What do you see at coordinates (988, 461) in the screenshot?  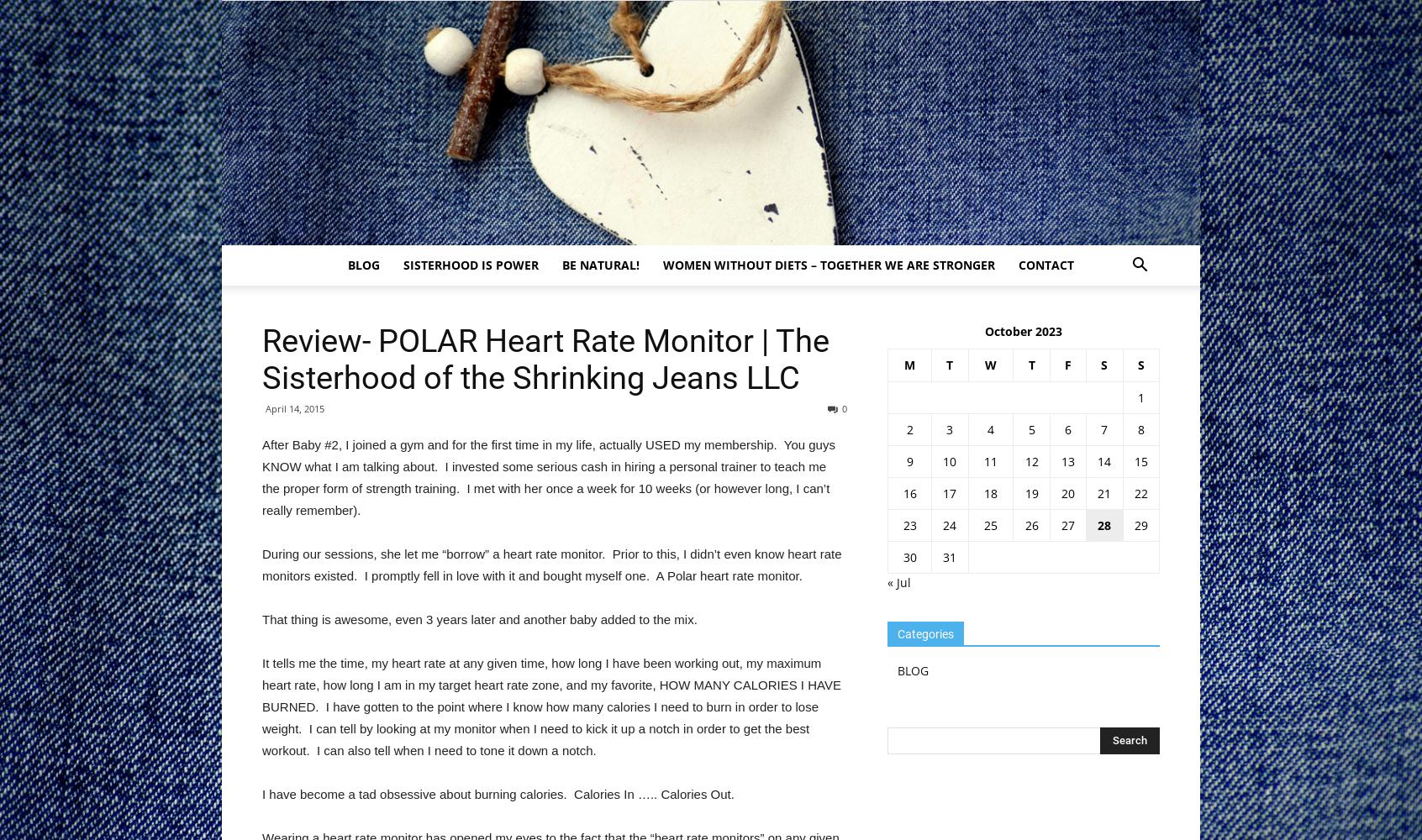 I see `'11'` at bounding box center [988, 461].